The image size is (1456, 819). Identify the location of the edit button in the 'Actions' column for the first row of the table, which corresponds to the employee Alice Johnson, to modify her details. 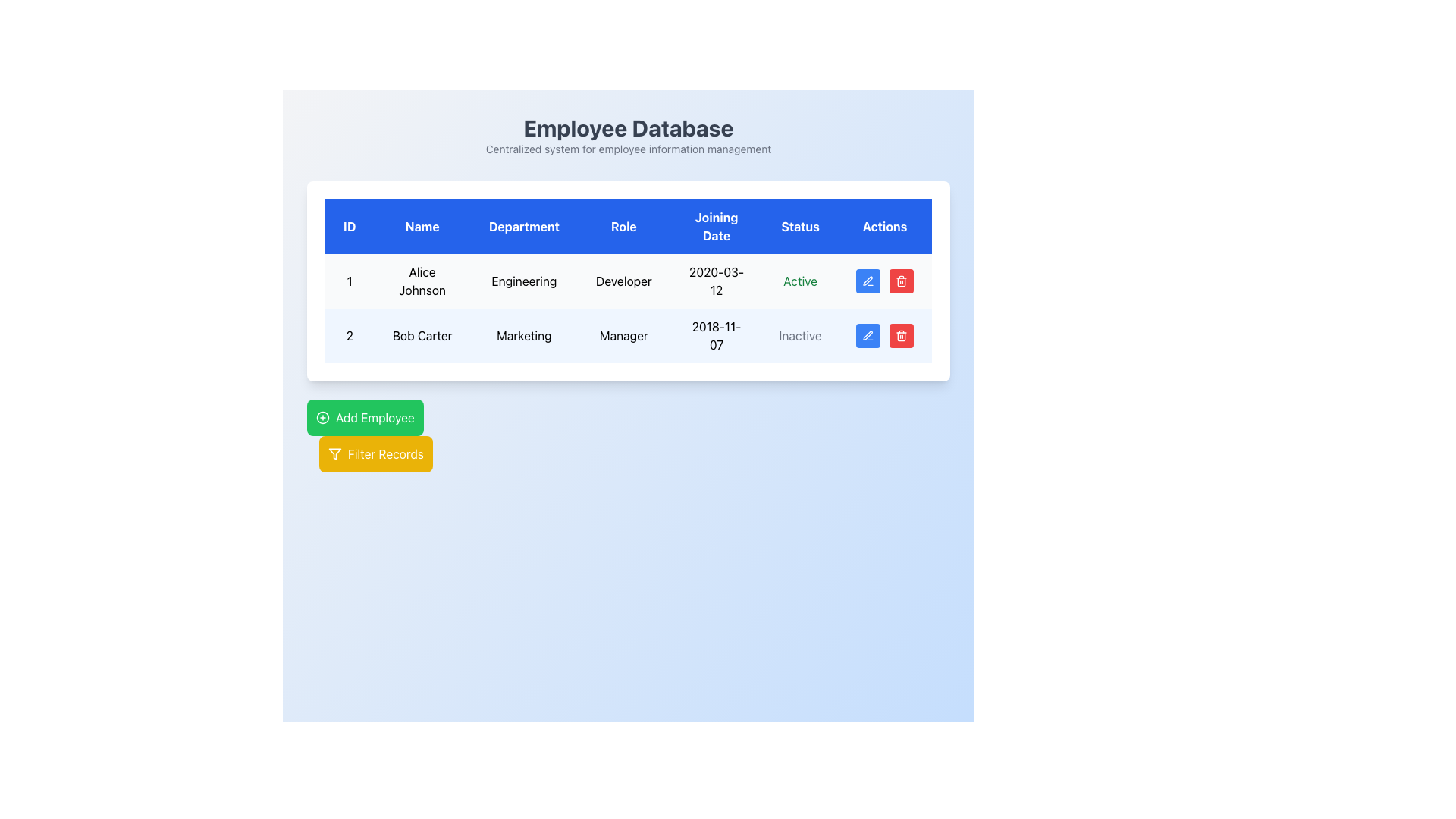
(868, 281).